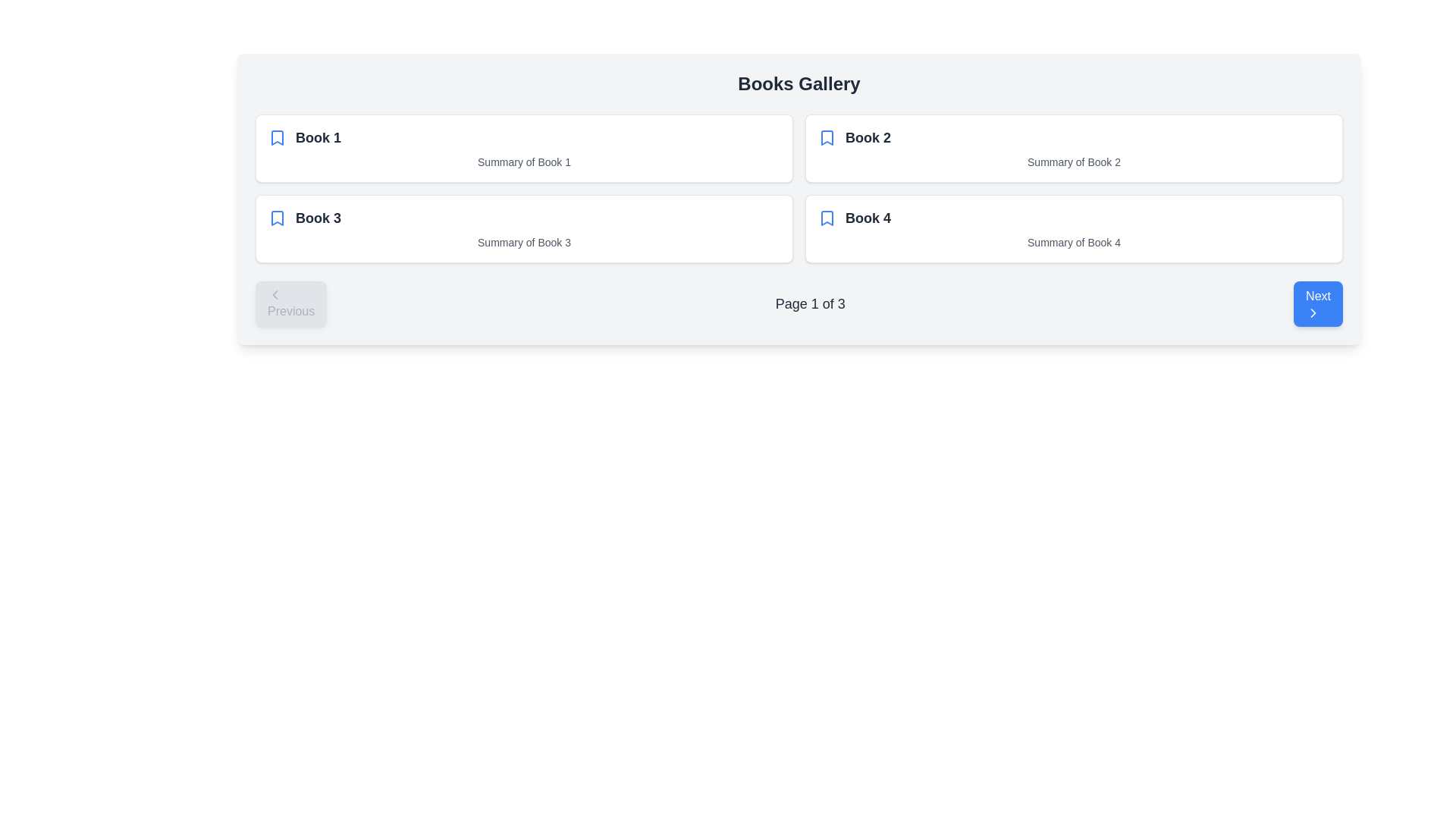  I want to click on the chevron icon located at the bottom-right corner of the 'Next' button, which indicates movement to the next page, so click(1313, 312).